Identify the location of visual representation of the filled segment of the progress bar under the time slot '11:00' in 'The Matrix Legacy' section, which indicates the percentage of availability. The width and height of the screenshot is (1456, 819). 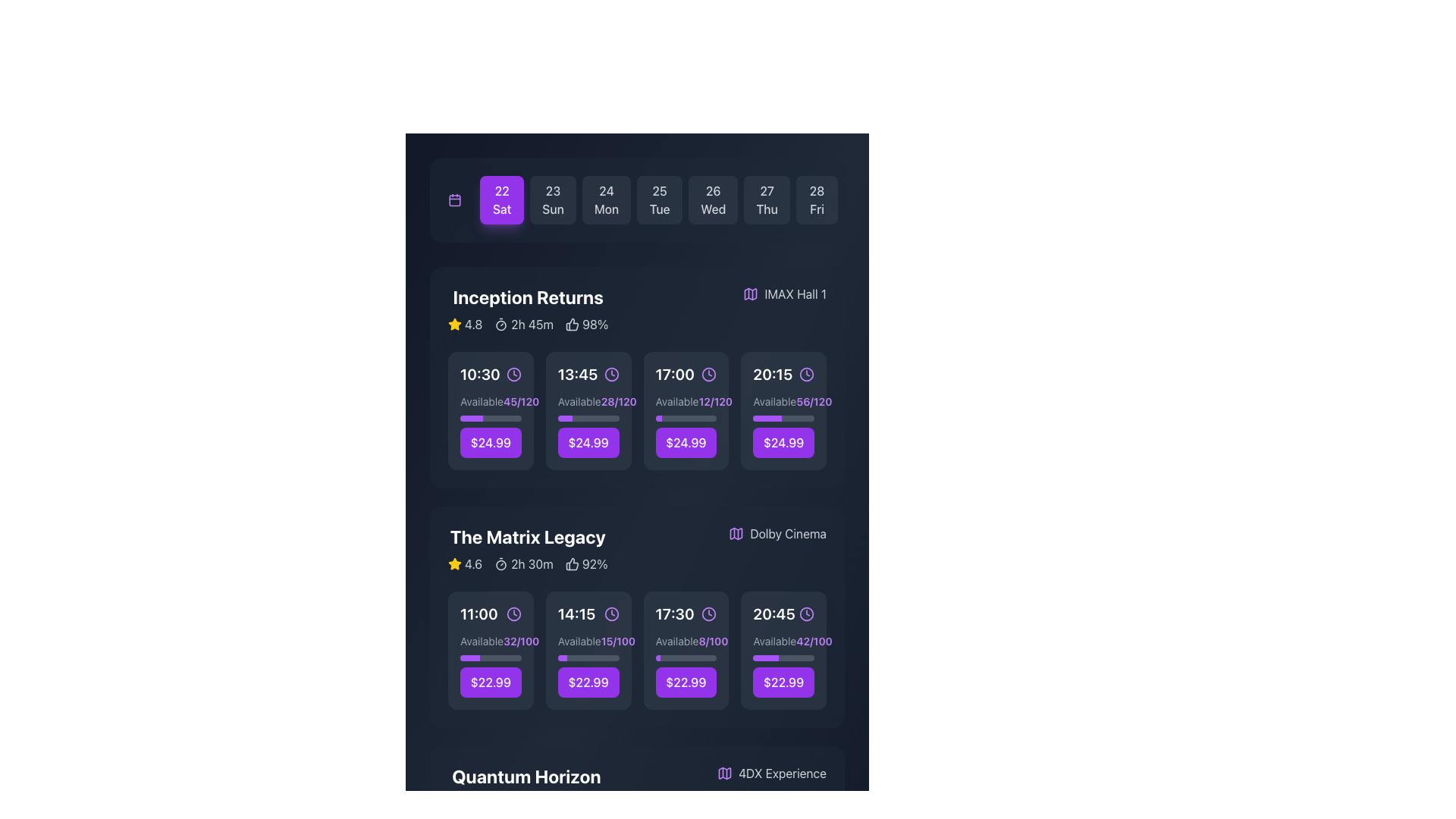
(469, 657).